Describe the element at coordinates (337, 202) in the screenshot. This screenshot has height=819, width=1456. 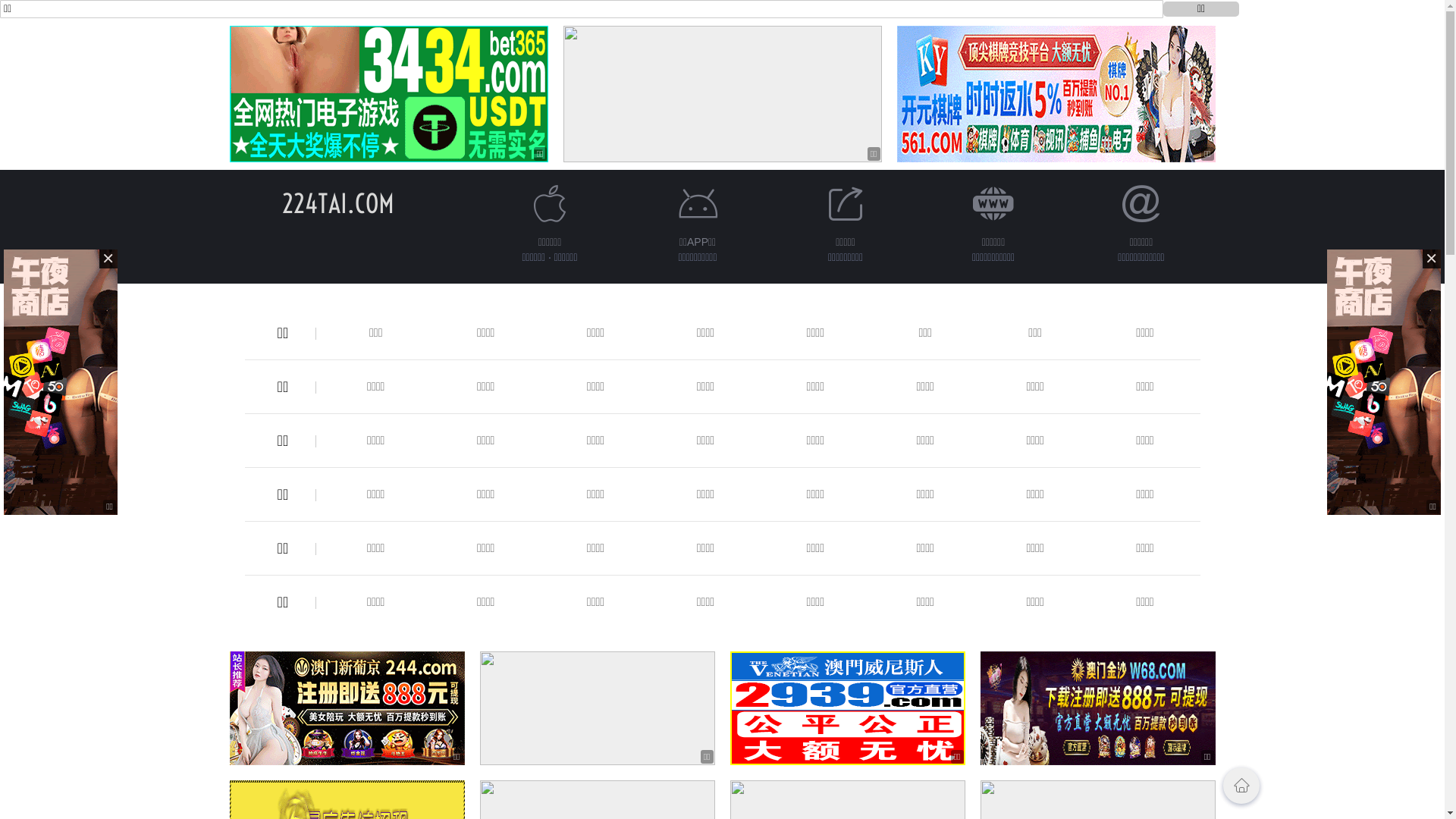
I see `'224TAI.COM'` at that location.